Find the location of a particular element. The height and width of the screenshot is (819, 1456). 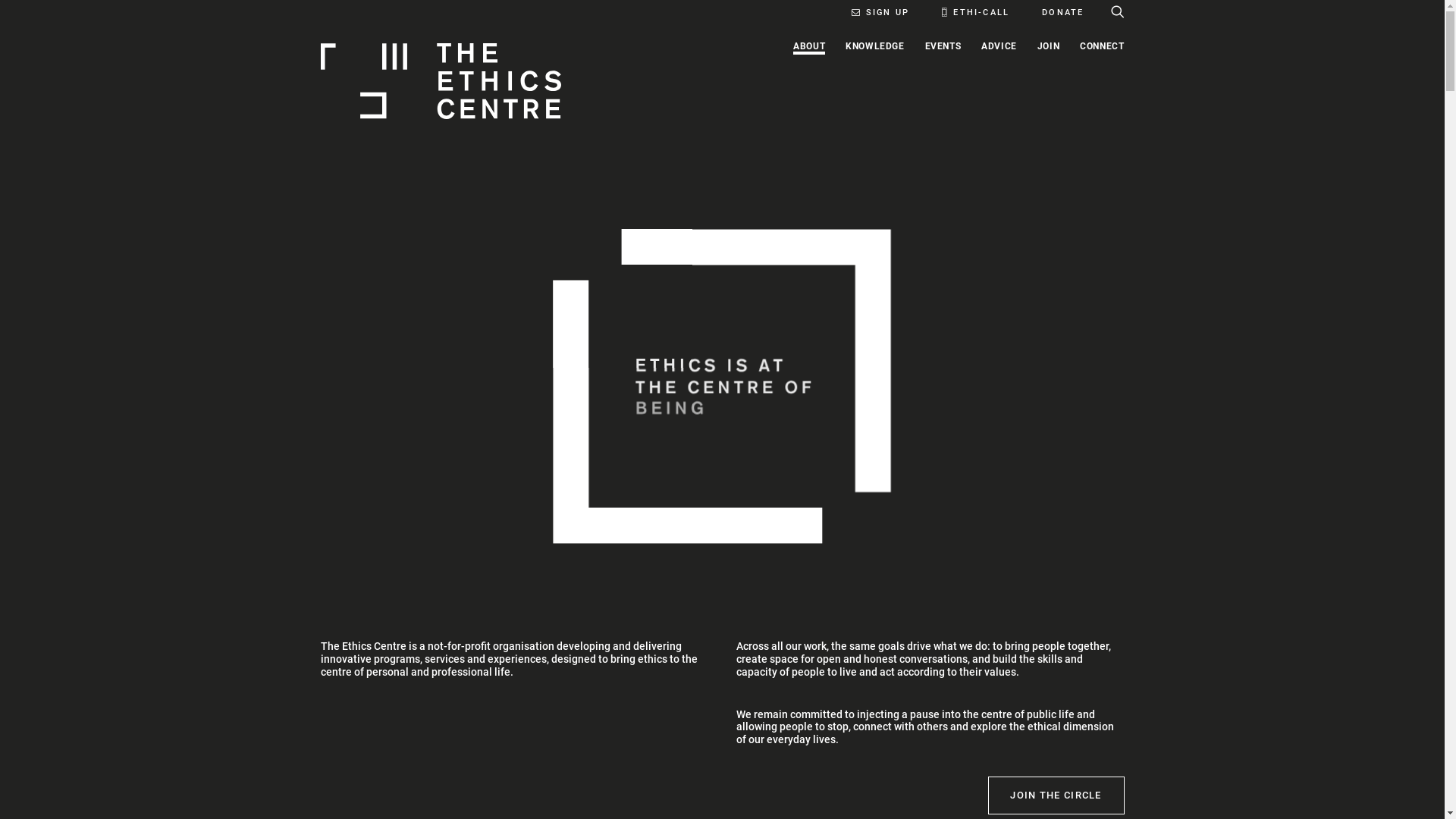

'EVENTS' is located at coordinates (942, 81).